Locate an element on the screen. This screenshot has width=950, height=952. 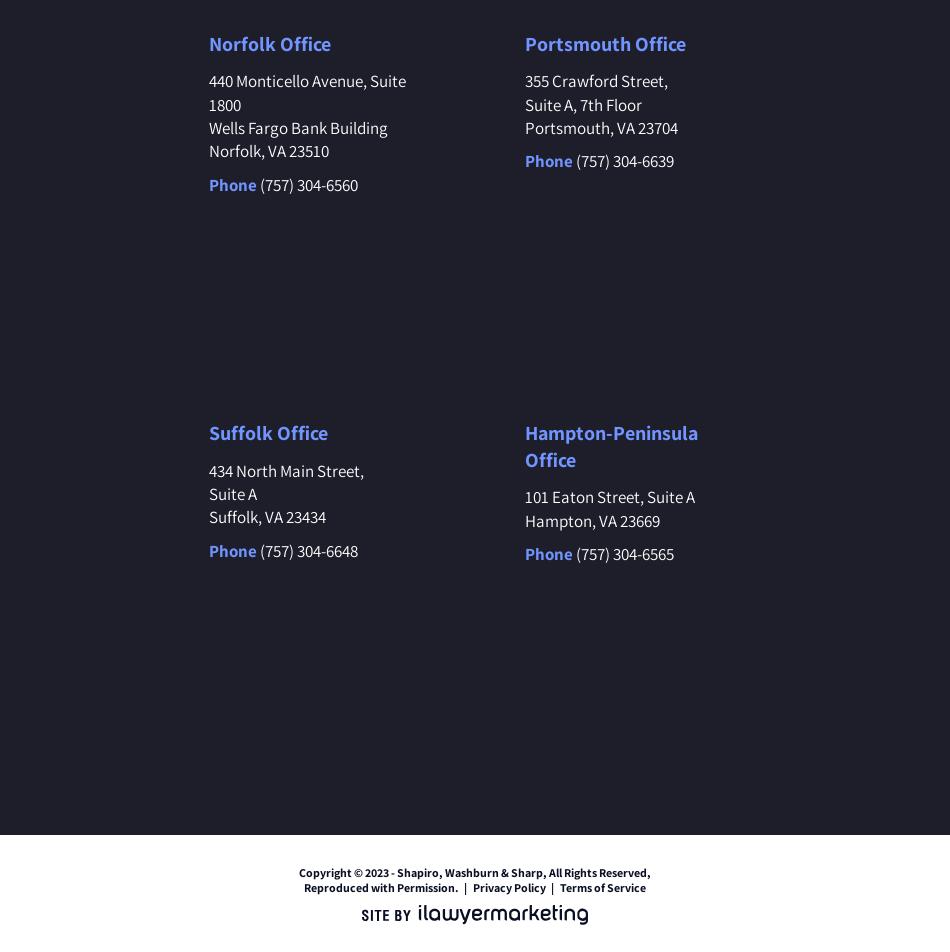
'(757) 304-6648' is located at coordinates (306, 549).